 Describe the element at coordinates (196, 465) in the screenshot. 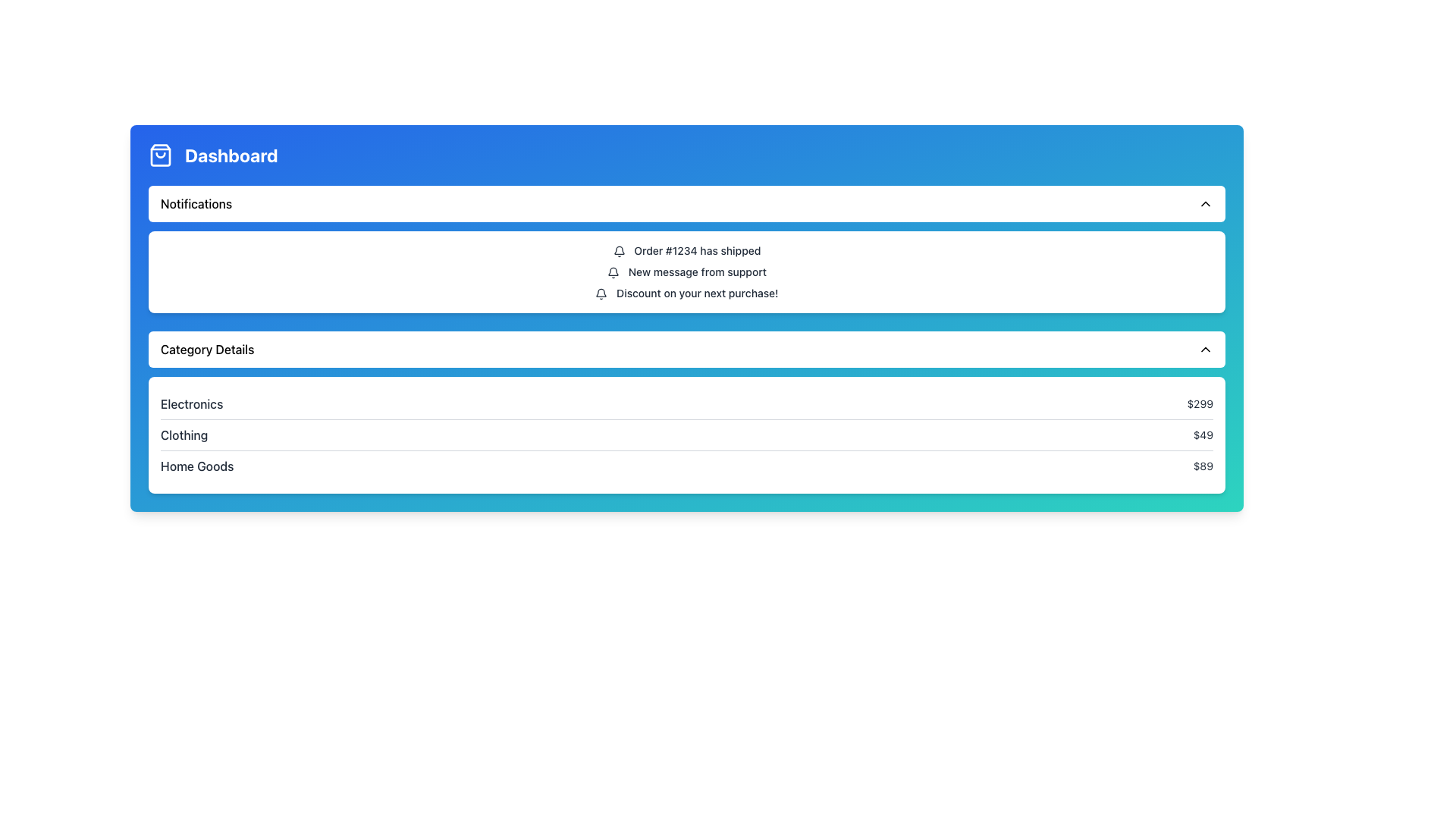

I see `the static text label displaying the category name in the 'Category Details' section under the 'Home Goods' label` at that location.